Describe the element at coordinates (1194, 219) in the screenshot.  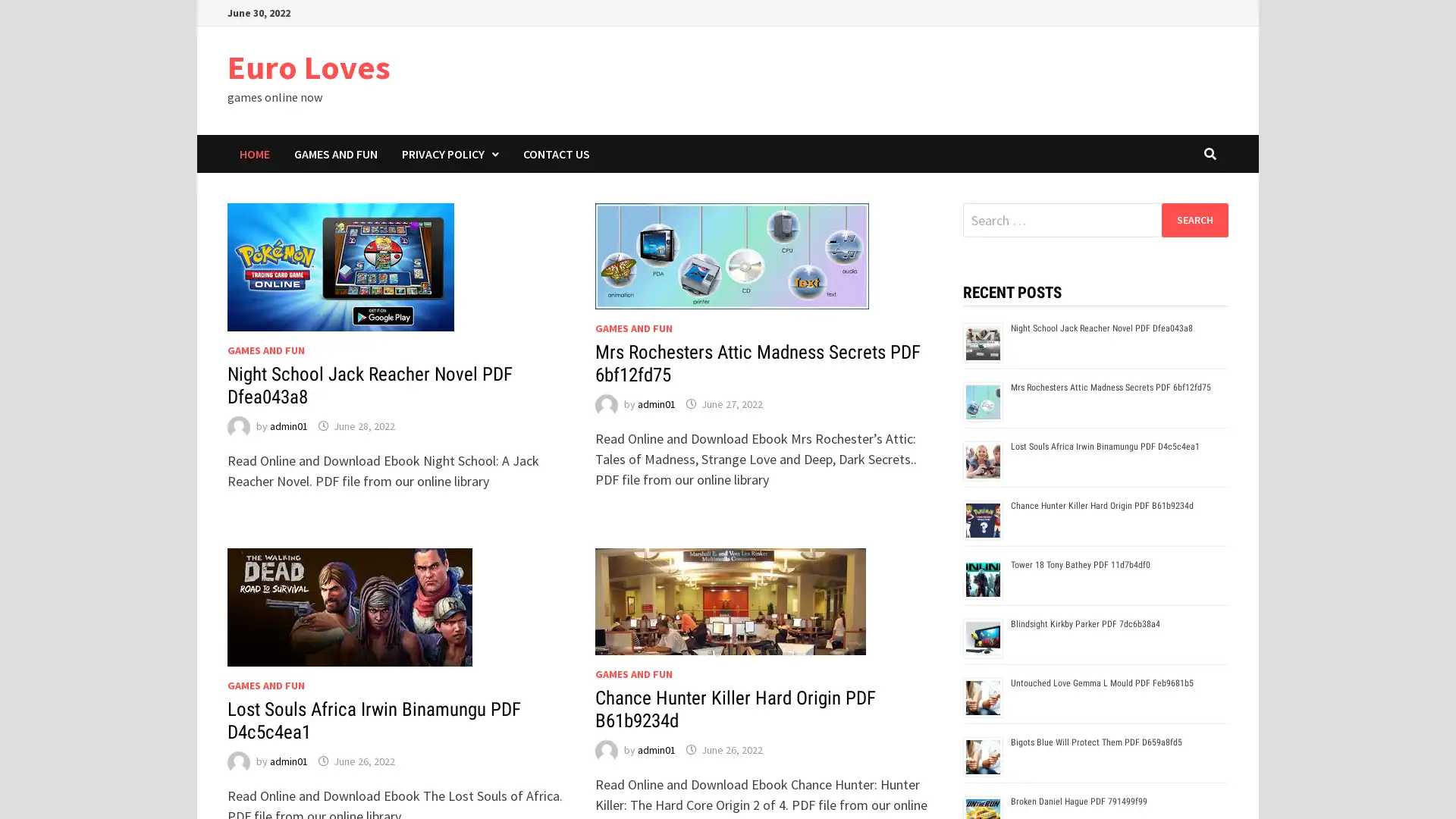
I see `Search` at that location.